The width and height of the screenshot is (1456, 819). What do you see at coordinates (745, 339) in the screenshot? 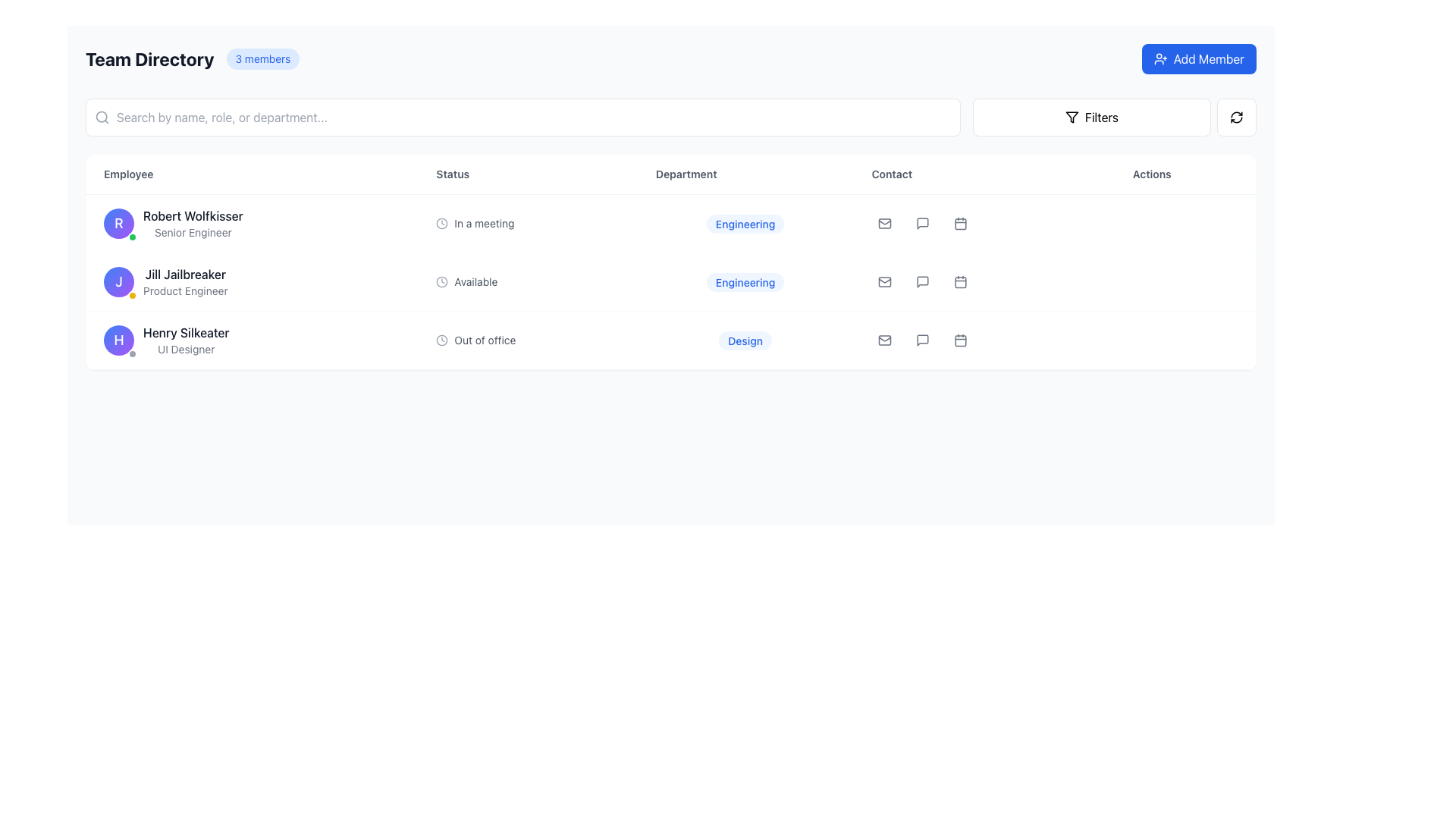
I see `text of the 'Design' label located in the 'Department' column of the third row corresponding to 'Henry Silkeater'` at bounding box center [745, 339].